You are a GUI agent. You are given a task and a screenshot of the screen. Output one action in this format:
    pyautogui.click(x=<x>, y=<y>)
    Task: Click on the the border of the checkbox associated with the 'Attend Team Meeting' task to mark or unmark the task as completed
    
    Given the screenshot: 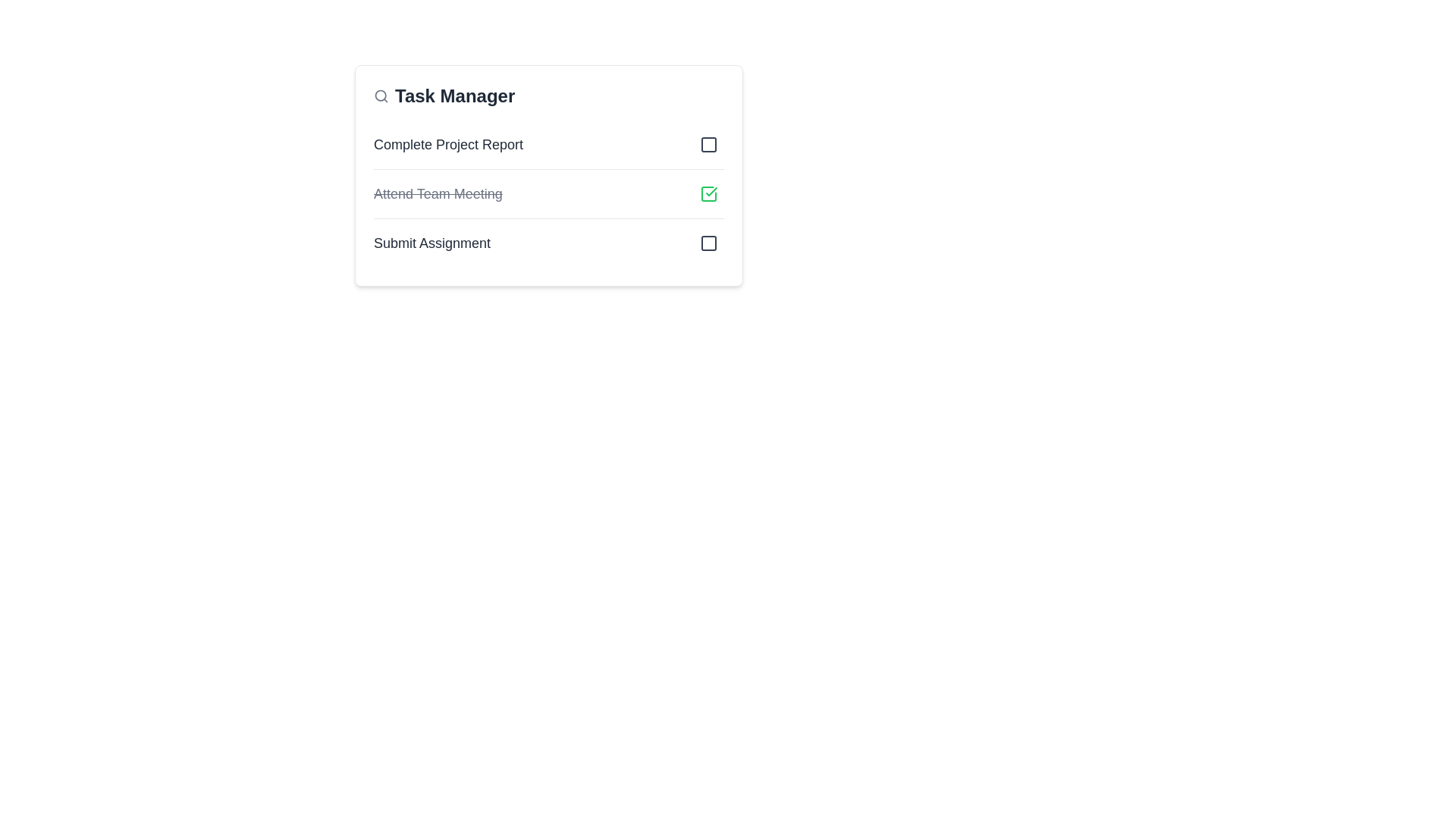 What is the action you would take?
    pyautogui.click(x=708, y=193)
    